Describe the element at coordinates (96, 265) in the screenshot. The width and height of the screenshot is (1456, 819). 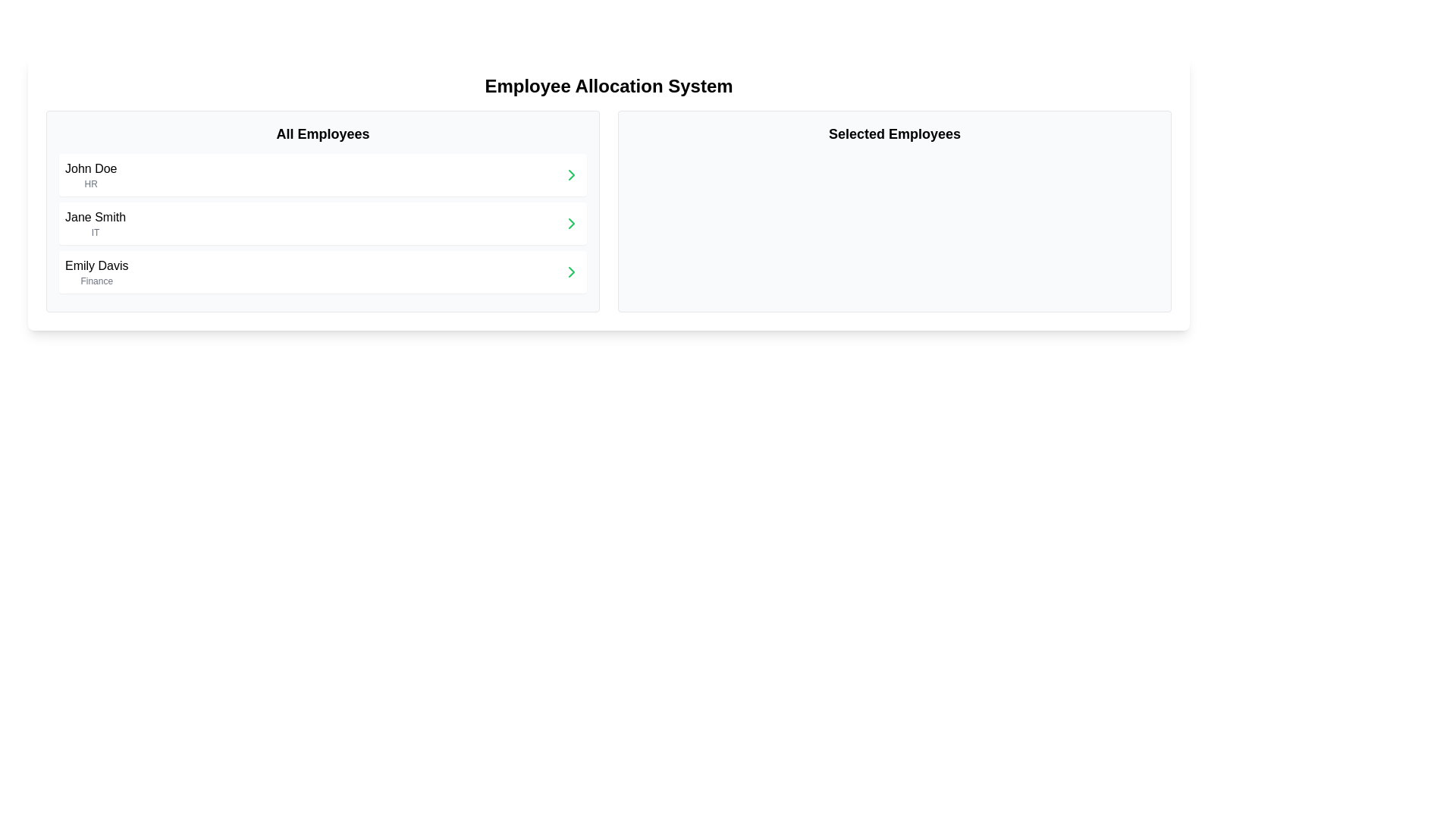
I see `the text label displaying 'Emily Davis', which is the top line of a two-line entry` at that location.